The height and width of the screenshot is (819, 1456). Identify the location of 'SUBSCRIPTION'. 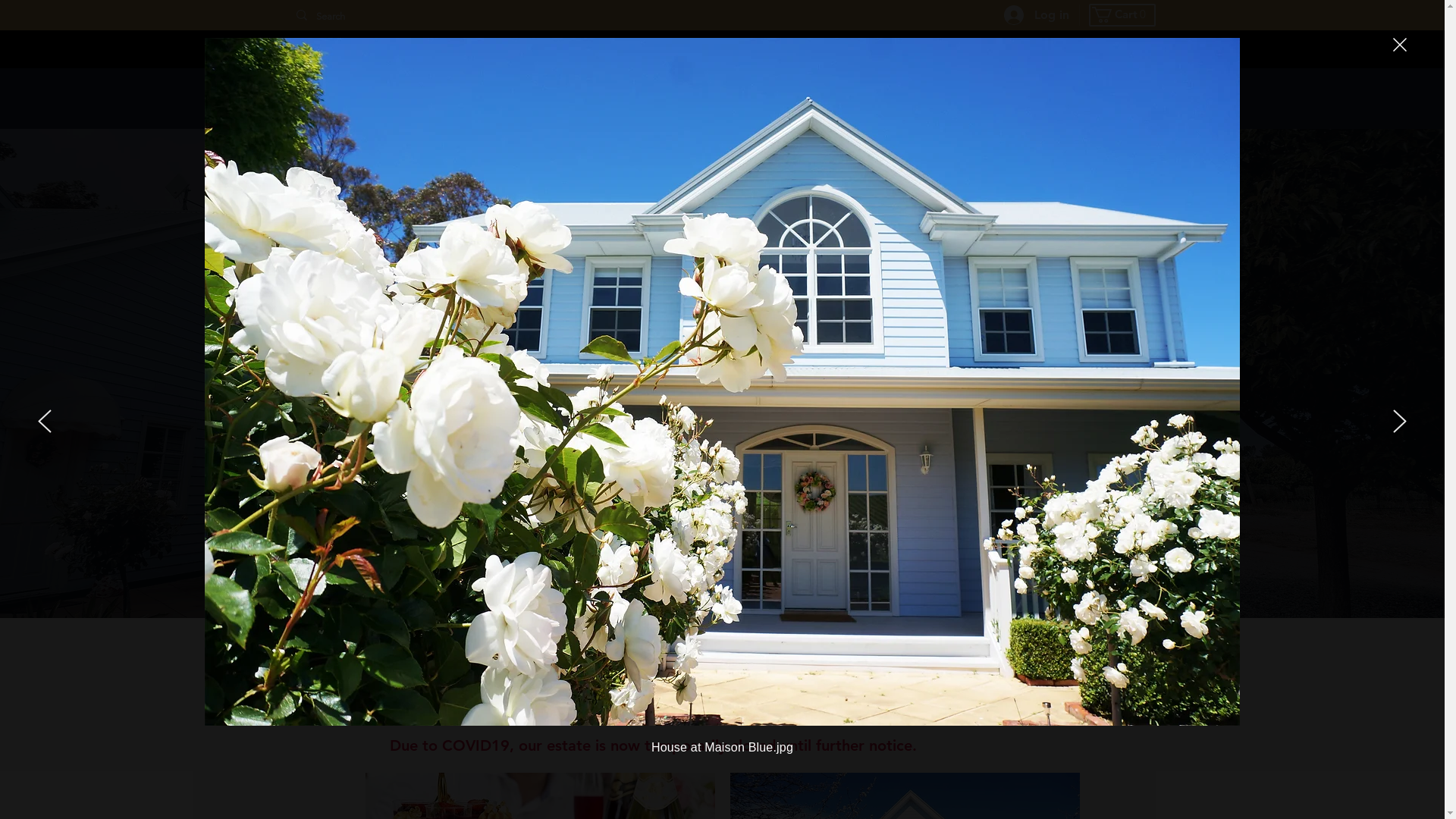
(855, 99).